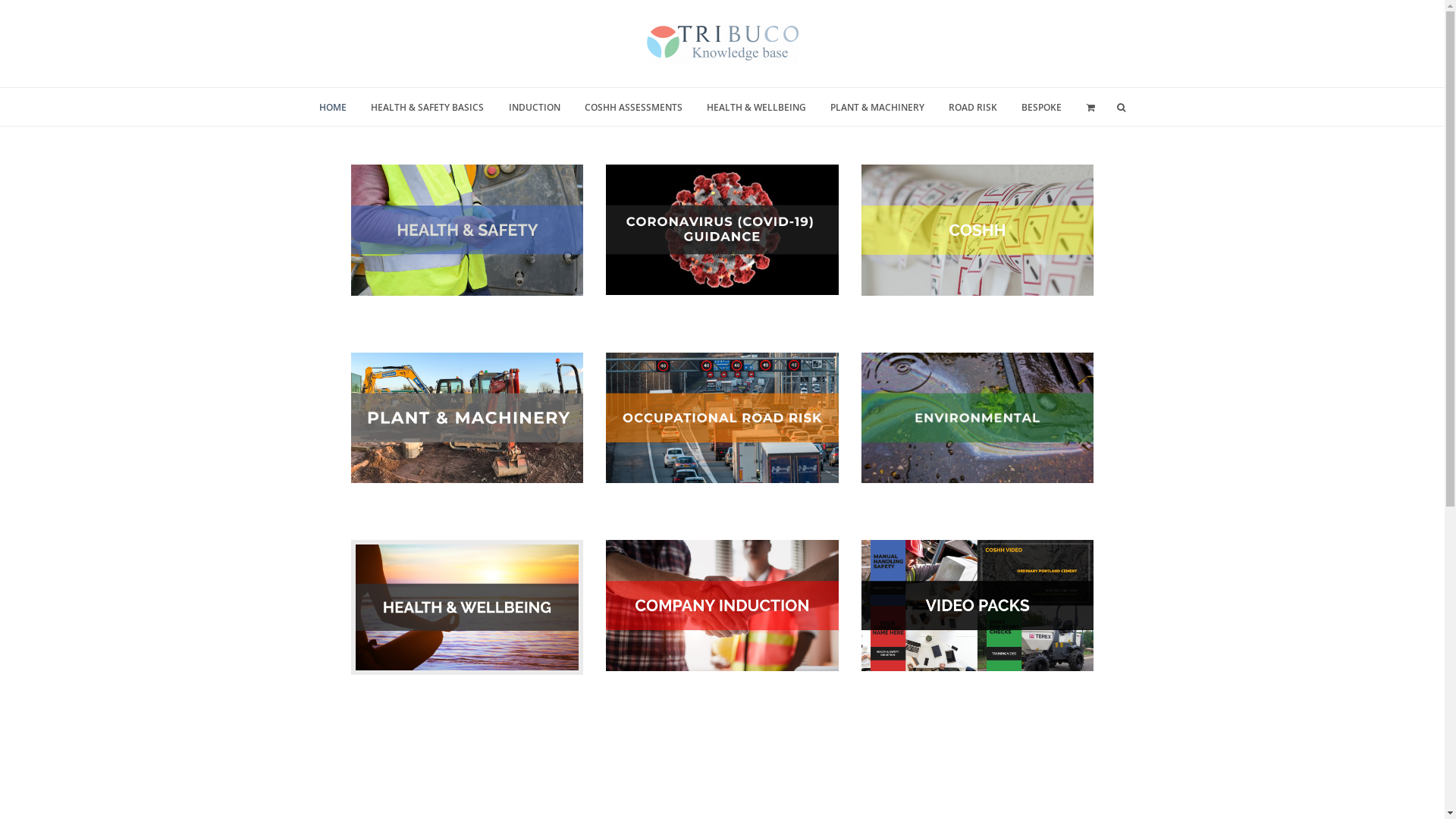 The height and width of the screenshot is (819, 1456). What do you see at coordinates (633, 106) in the screenshot?
I see `'COSHH ASSESSMENTS'` at bounding box center [633, 106].